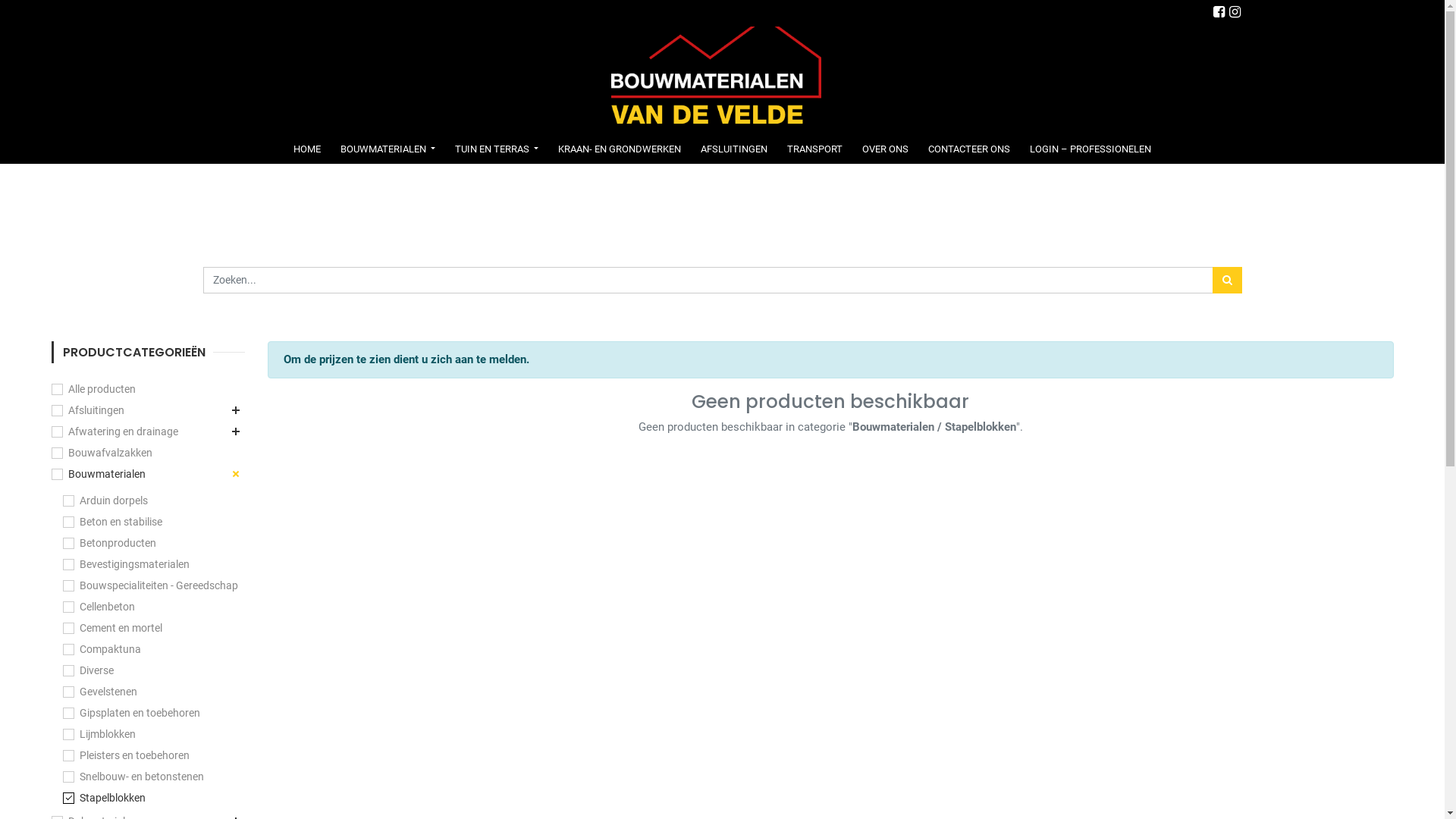 This screenshot has width=1456, height=819. What do you see at coordinates (921, 149) in the screenshot?
I see `'CONTACTEER ONS'` at bounding box center [921, 149].